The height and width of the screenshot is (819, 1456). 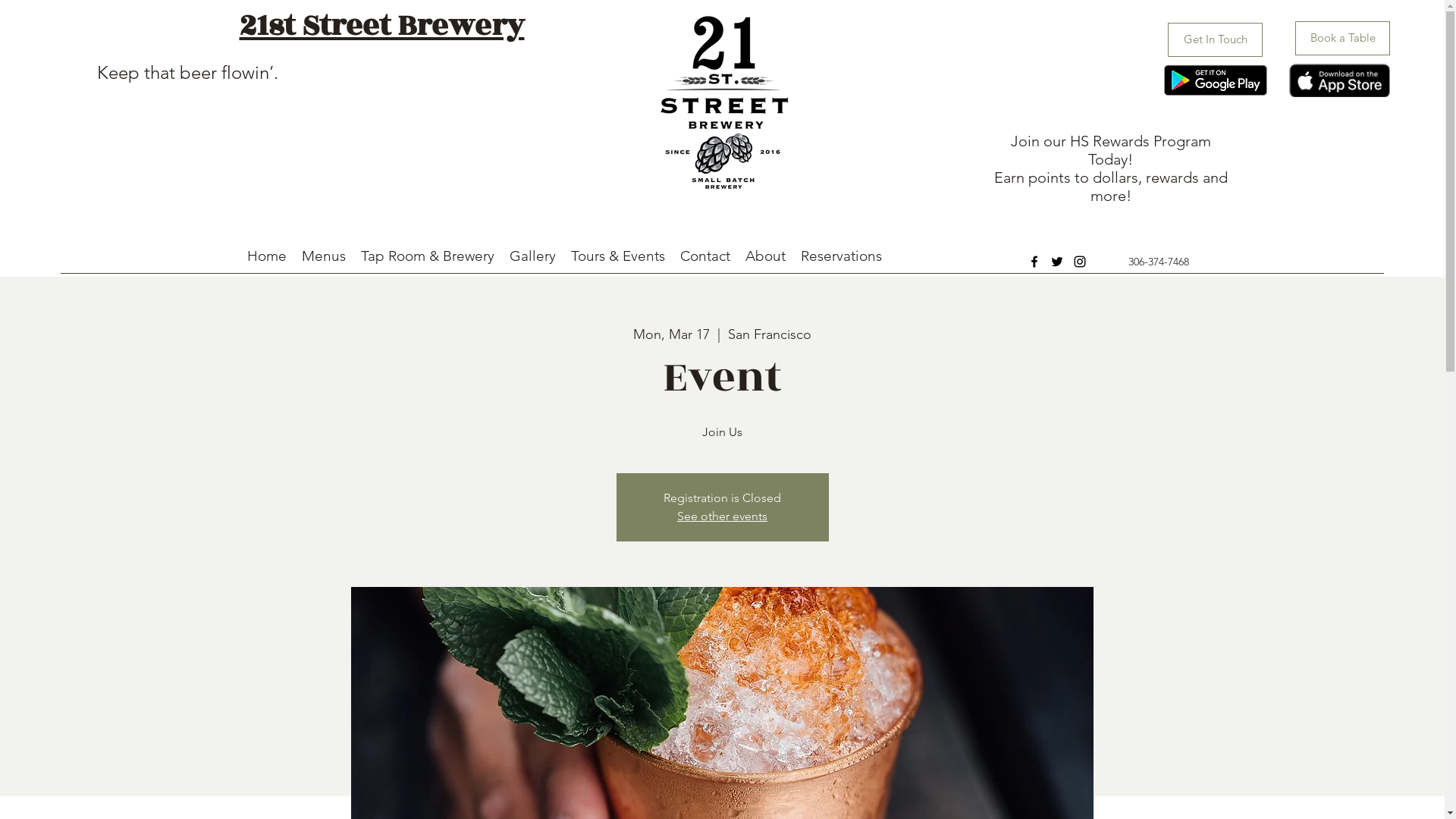 What do you see at coordinates (1294, 37) in the screenshot?
I see `'Book a Table'` at bounding box center [1294, 37].